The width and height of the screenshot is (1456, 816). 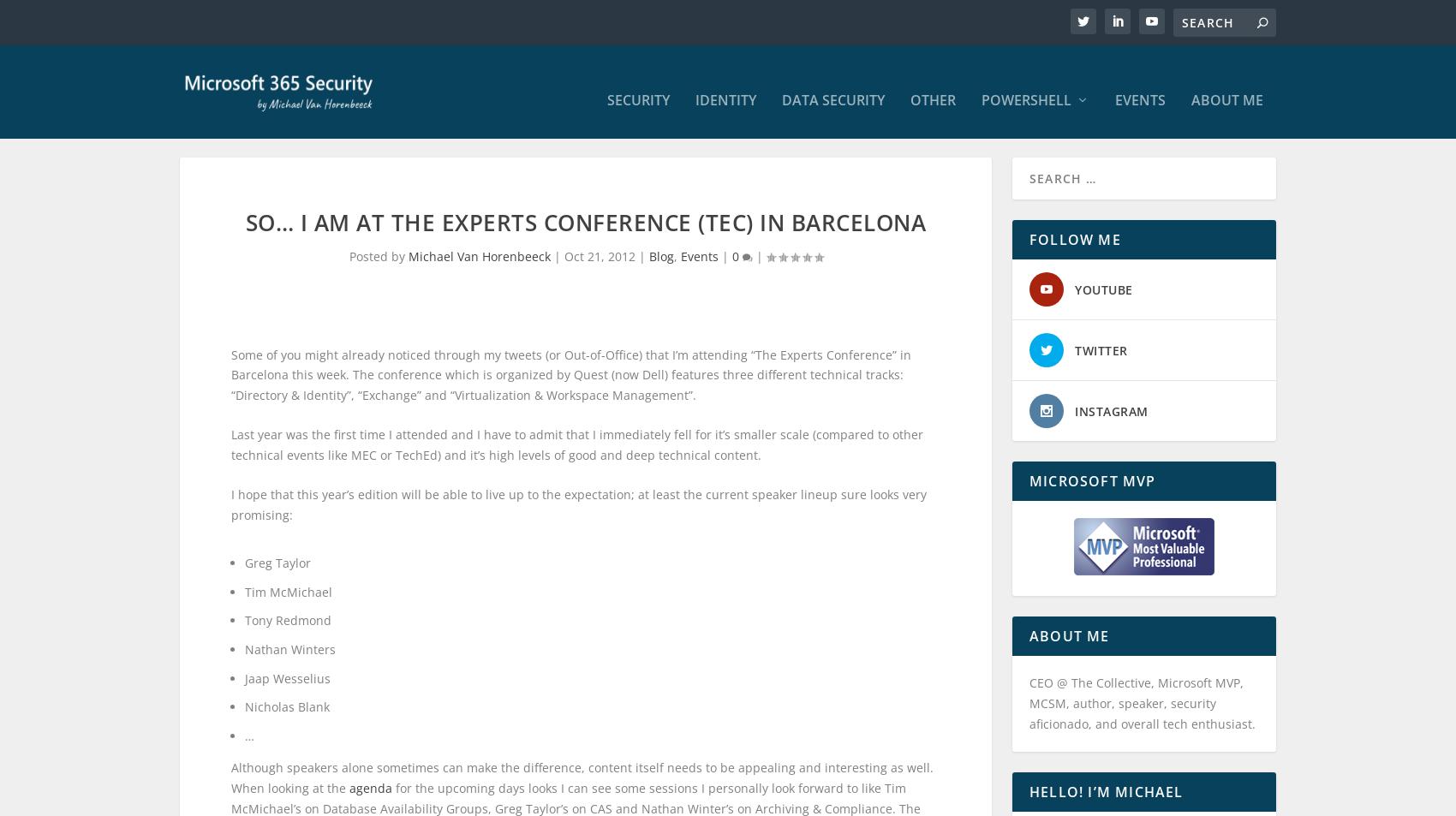 I want to click on 'Last year was the first time I attended and I have to admit that I immediately fell for it’s smaller scale (compared to other technical events like MEC or TechEd) and it’s high levels of good and deep technical content.', so click(x=230, y=461).